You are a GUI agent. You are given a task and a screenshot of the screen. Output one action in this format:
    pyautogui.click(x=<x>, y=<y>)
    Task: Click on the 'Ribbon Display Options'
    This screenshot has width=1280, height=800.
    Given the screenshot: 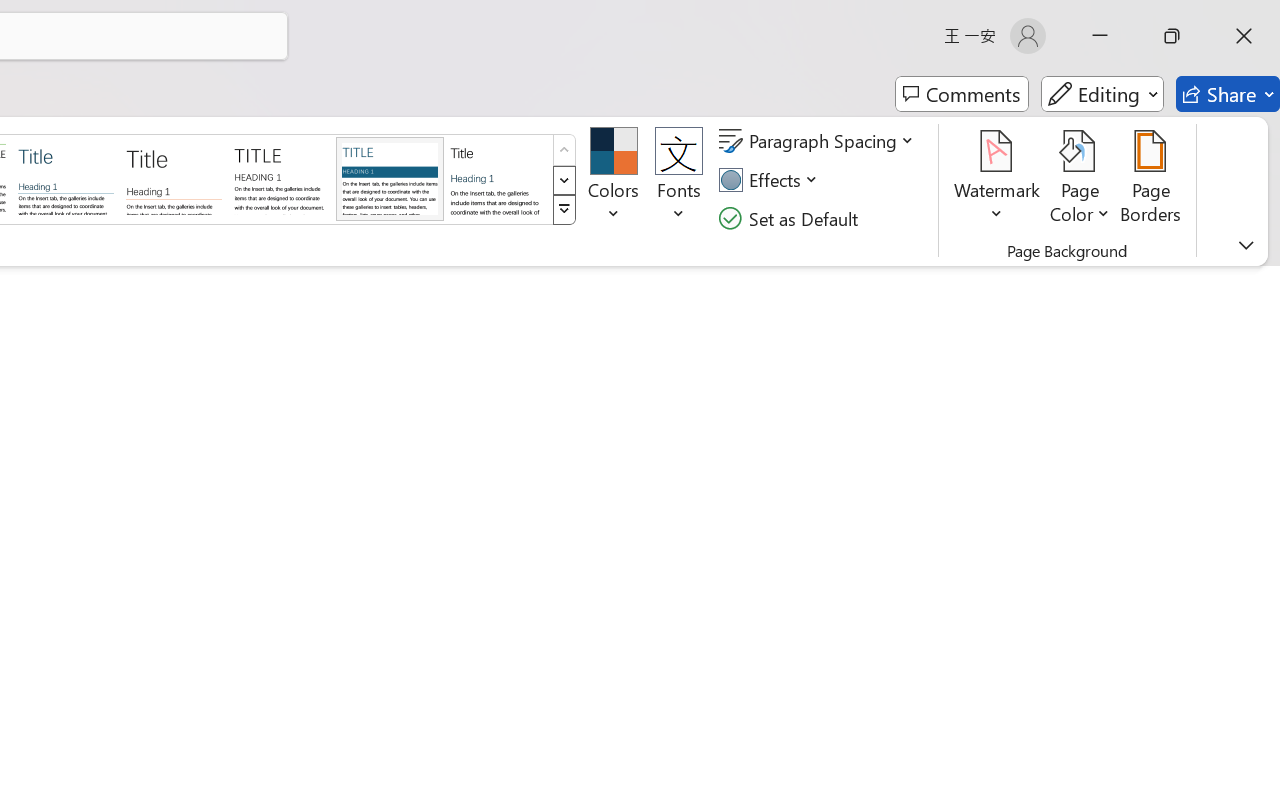 What is the action you would take?
    pyautogui.click(x=1245, y=244)
    